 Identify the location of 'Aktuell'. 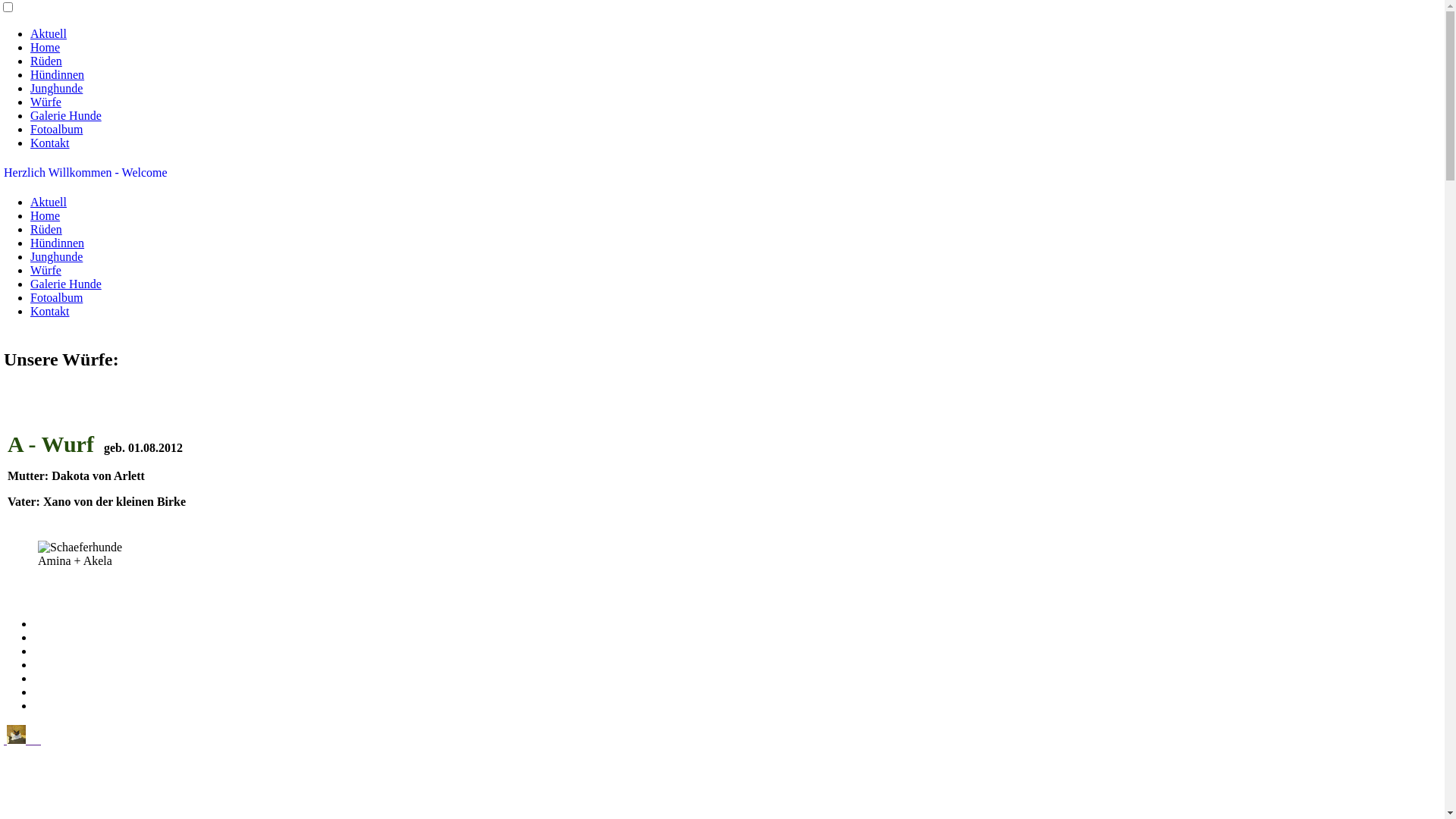
(48, 33).